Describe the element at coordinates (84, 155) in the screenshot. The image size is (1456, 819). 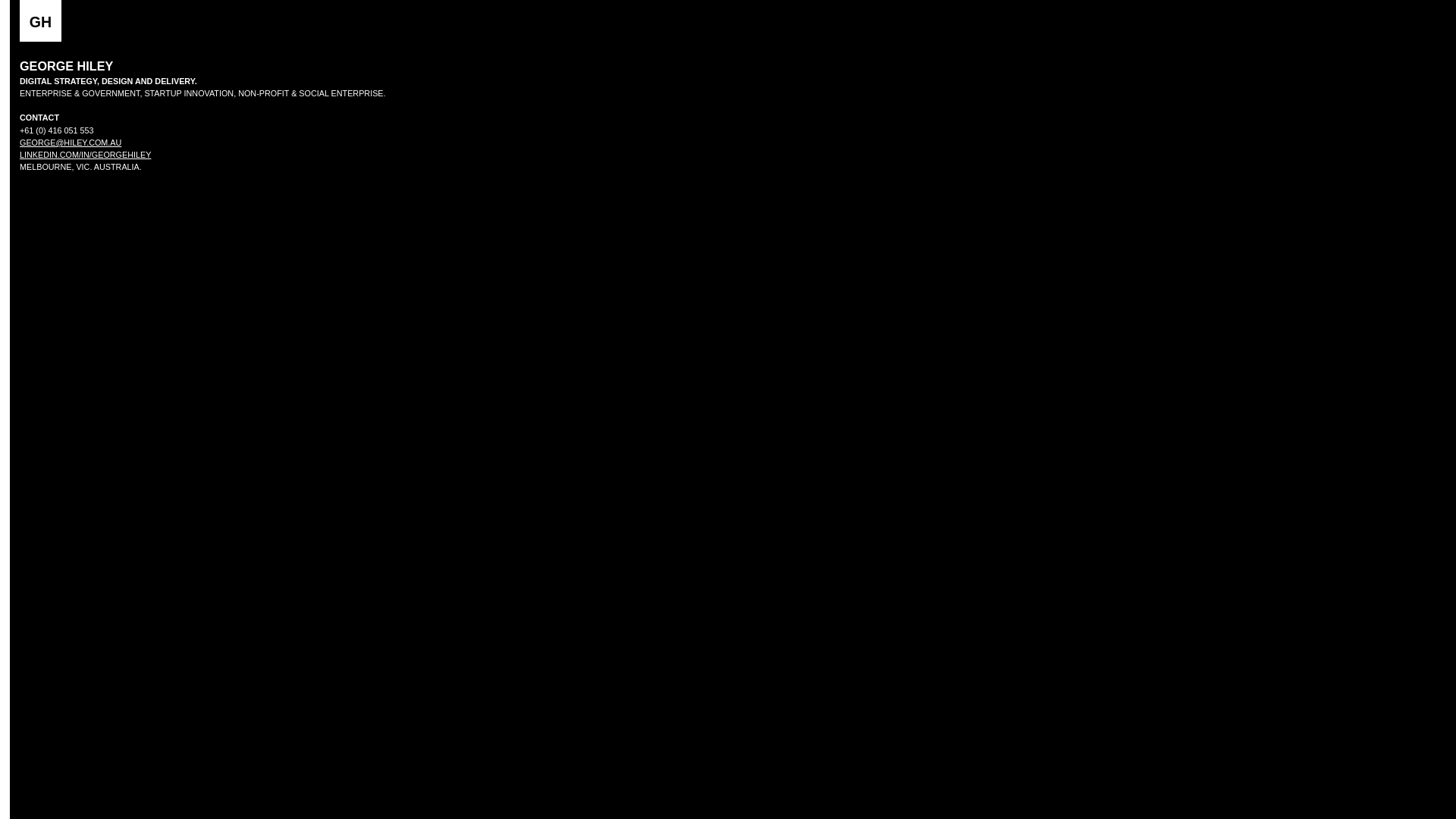
I see `'LINKEDIN.COM/IN/GEORGEHILEY'` at that location.